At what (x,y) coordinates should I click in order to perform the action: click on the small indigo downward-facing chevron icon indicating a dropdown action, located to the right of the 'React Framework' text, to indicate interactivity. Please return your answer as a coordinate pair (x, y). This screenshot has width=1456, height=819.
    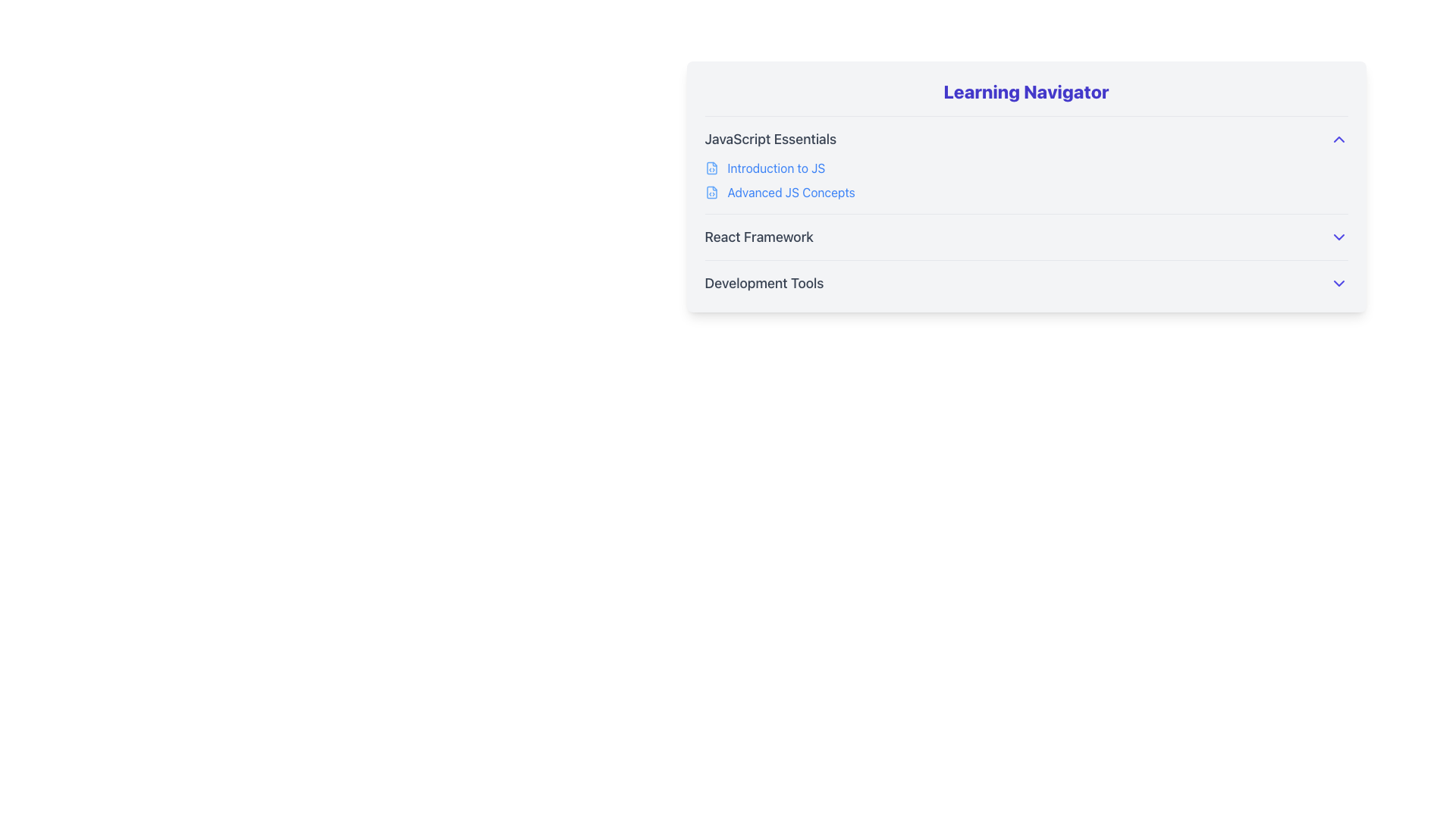
    Looking at the image, I should click on (1338, 237).